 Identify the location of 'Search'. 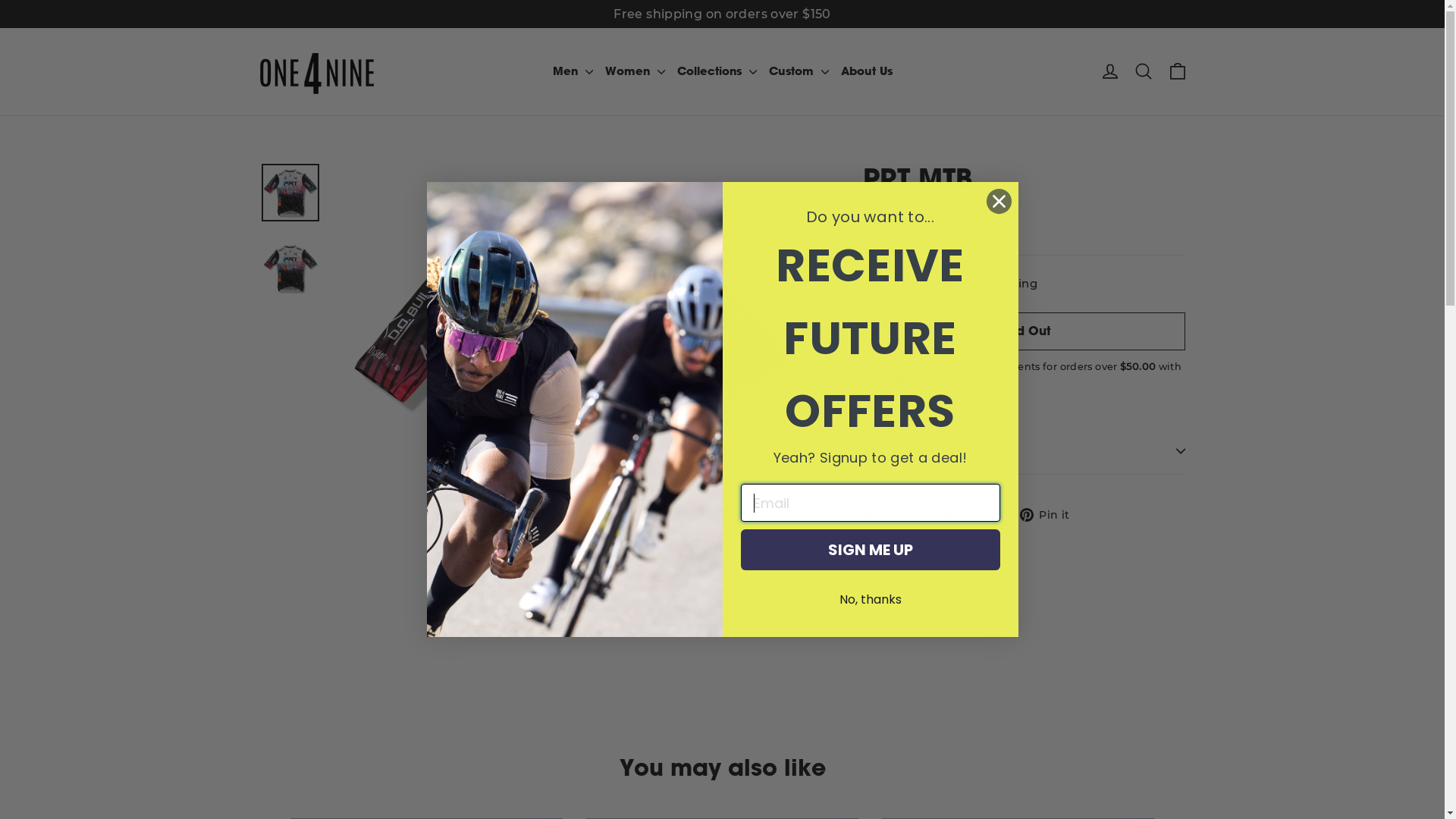
(1143, 71).